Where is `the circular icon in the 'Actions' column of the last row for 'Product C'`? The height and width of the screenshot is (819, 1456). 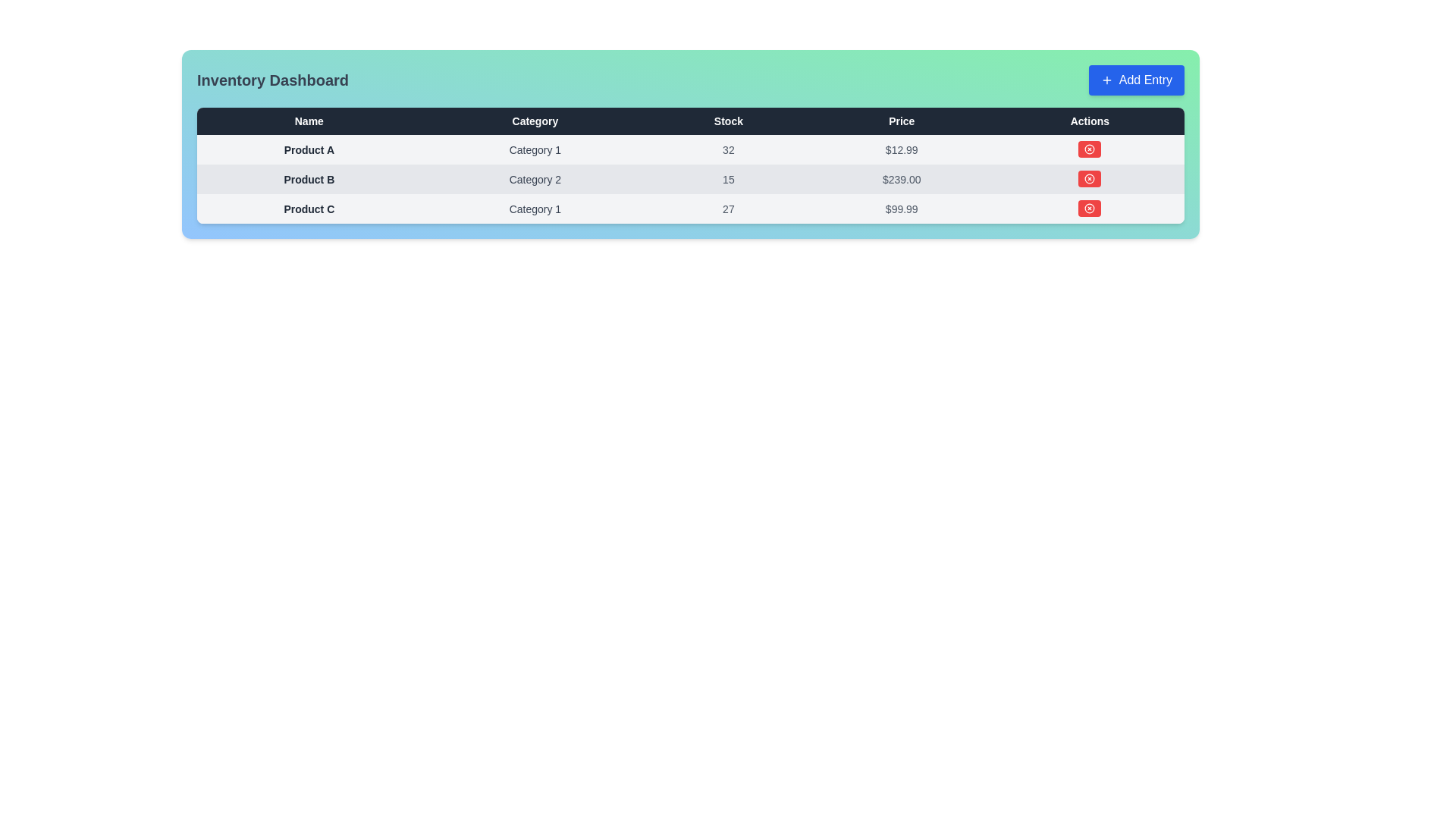
the circular icon in the 'Actions' column of the last row for 'Product C' is located at coordinates (1089, 208).